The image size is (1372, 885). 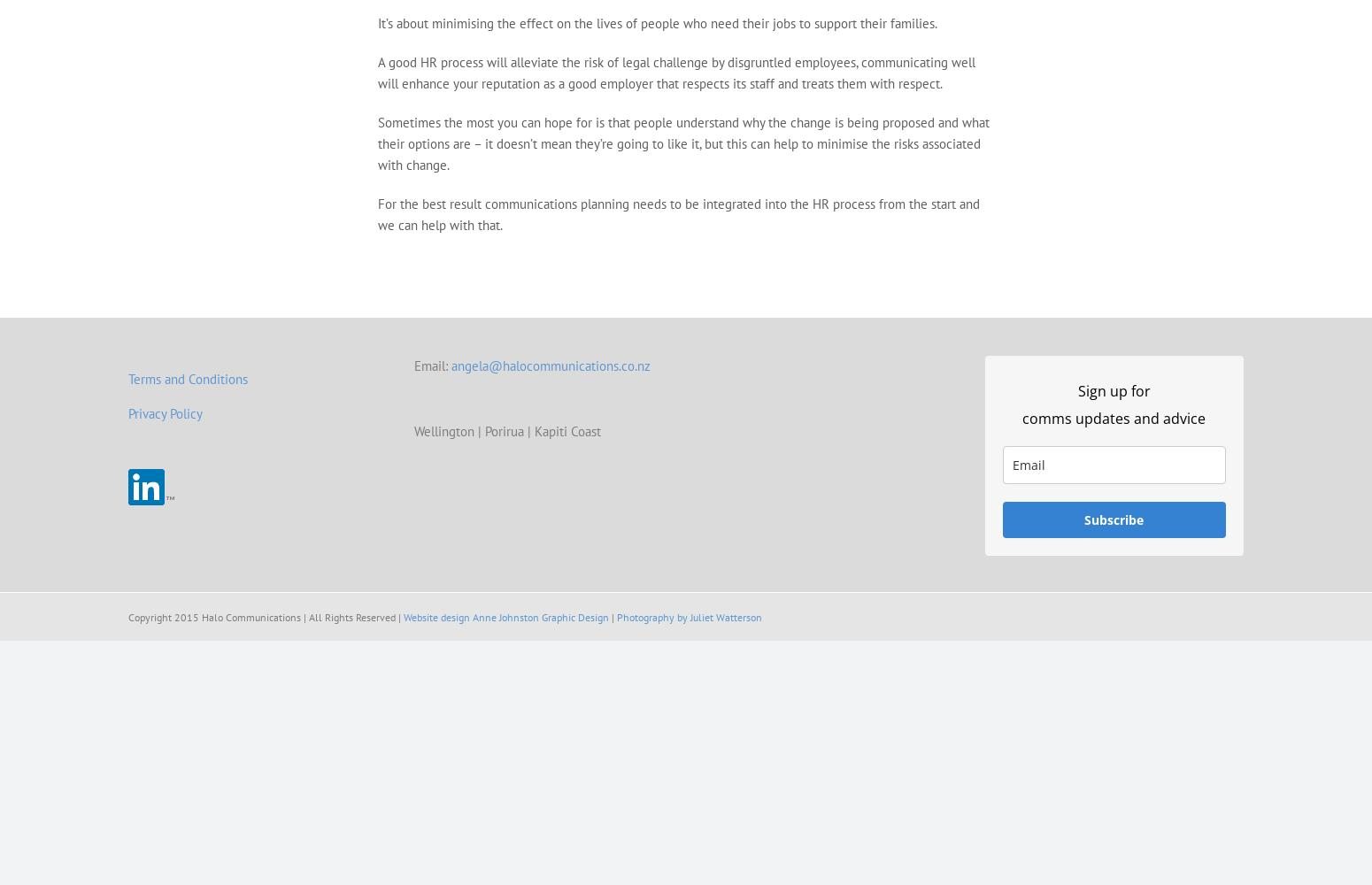 What do you see at coordinates (1113, 519) in the screenshot?
I see `'Subscribe'` at bounding box center [1113, 519].